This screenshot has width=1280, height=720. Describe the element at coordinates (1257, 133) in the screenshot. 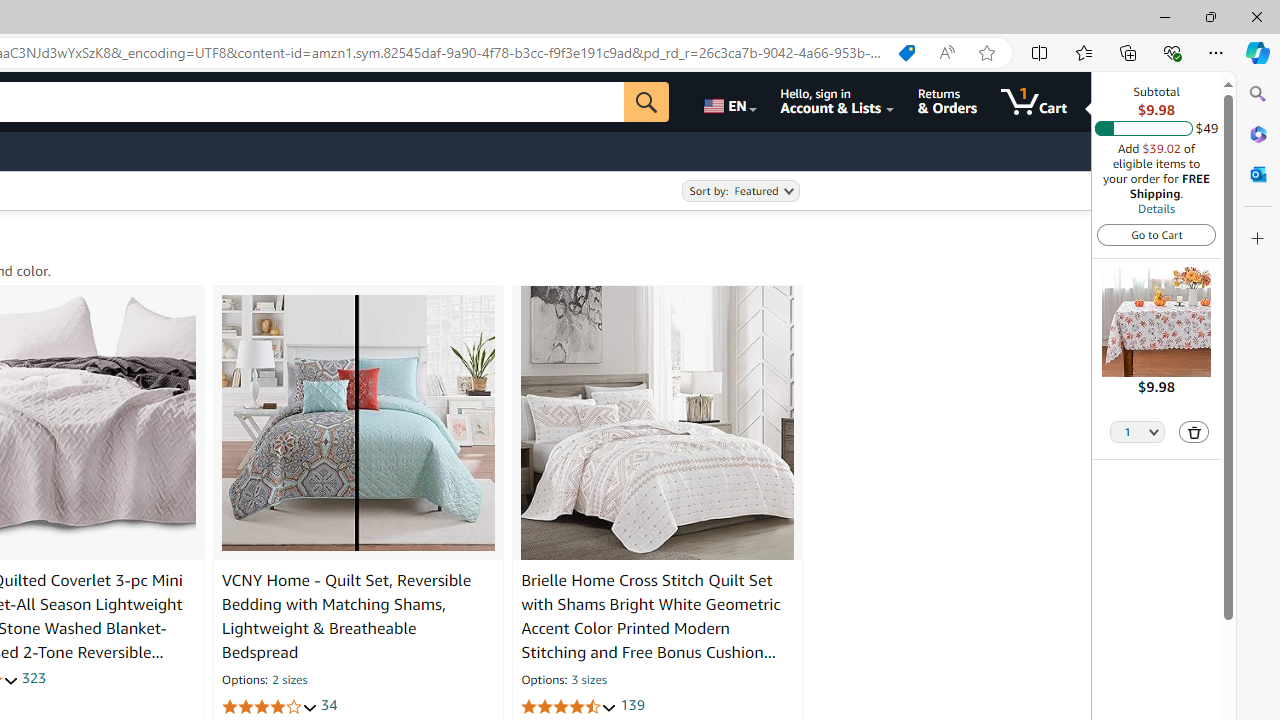

I see `'Microsoft 365'` at that location.